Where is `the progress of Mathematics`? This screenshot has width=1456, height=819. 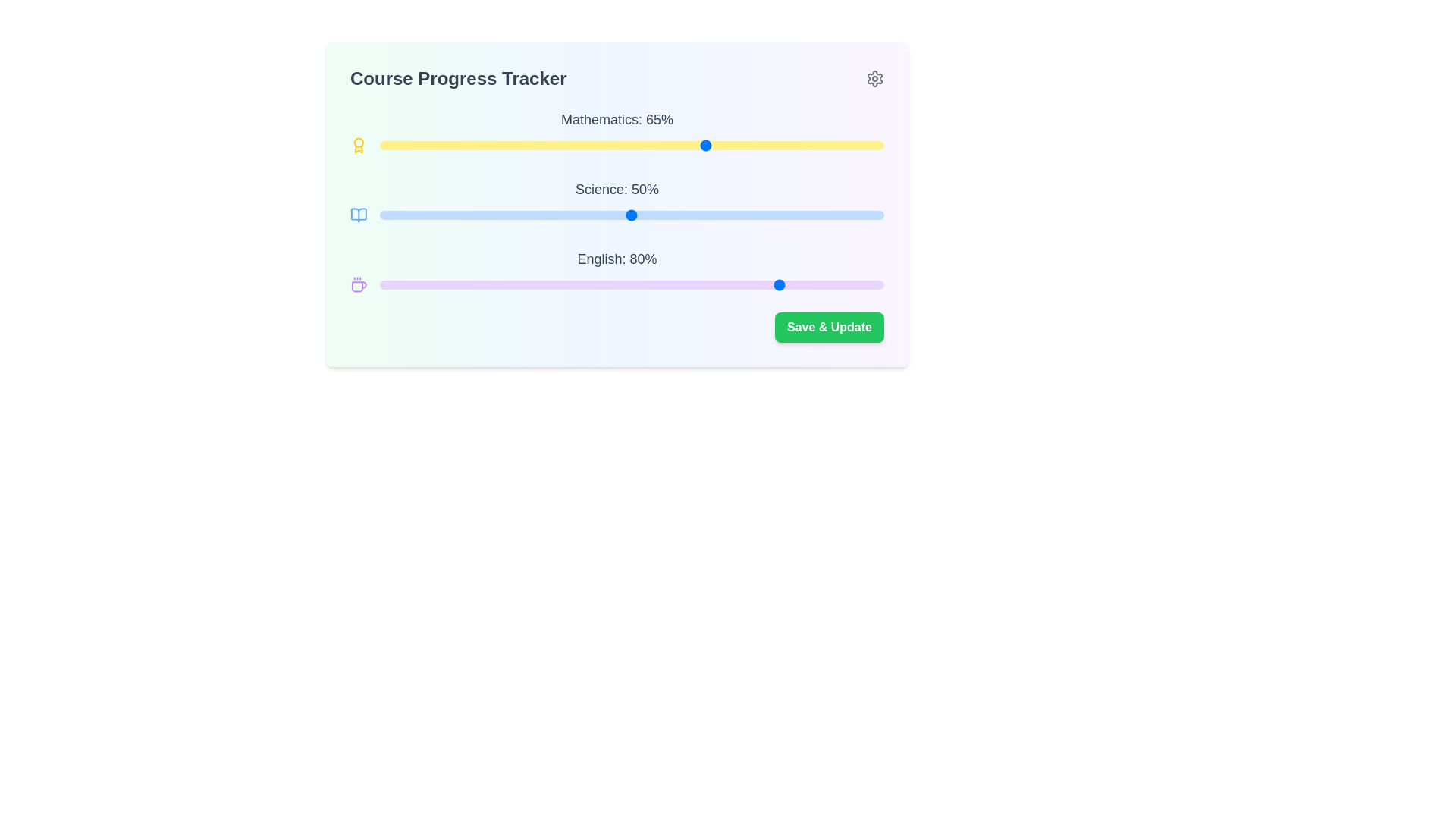 the progress of Mathematics is located at coordinates (843, 146).